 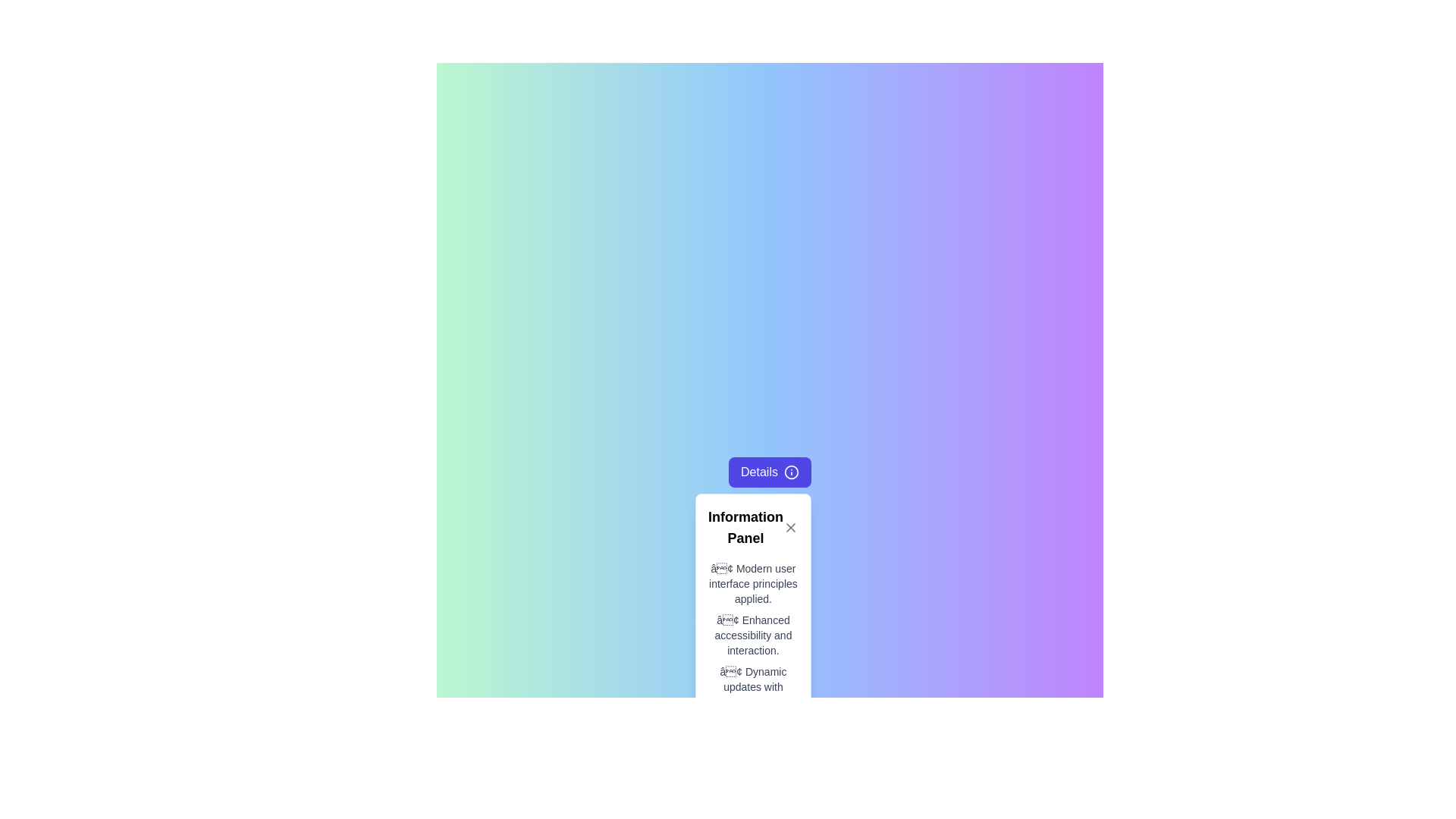 I want to click on the button labeled 'Details' which contains an icon shaped like an encircled lowercase 'i' to its right, so click(x=790, y=472).